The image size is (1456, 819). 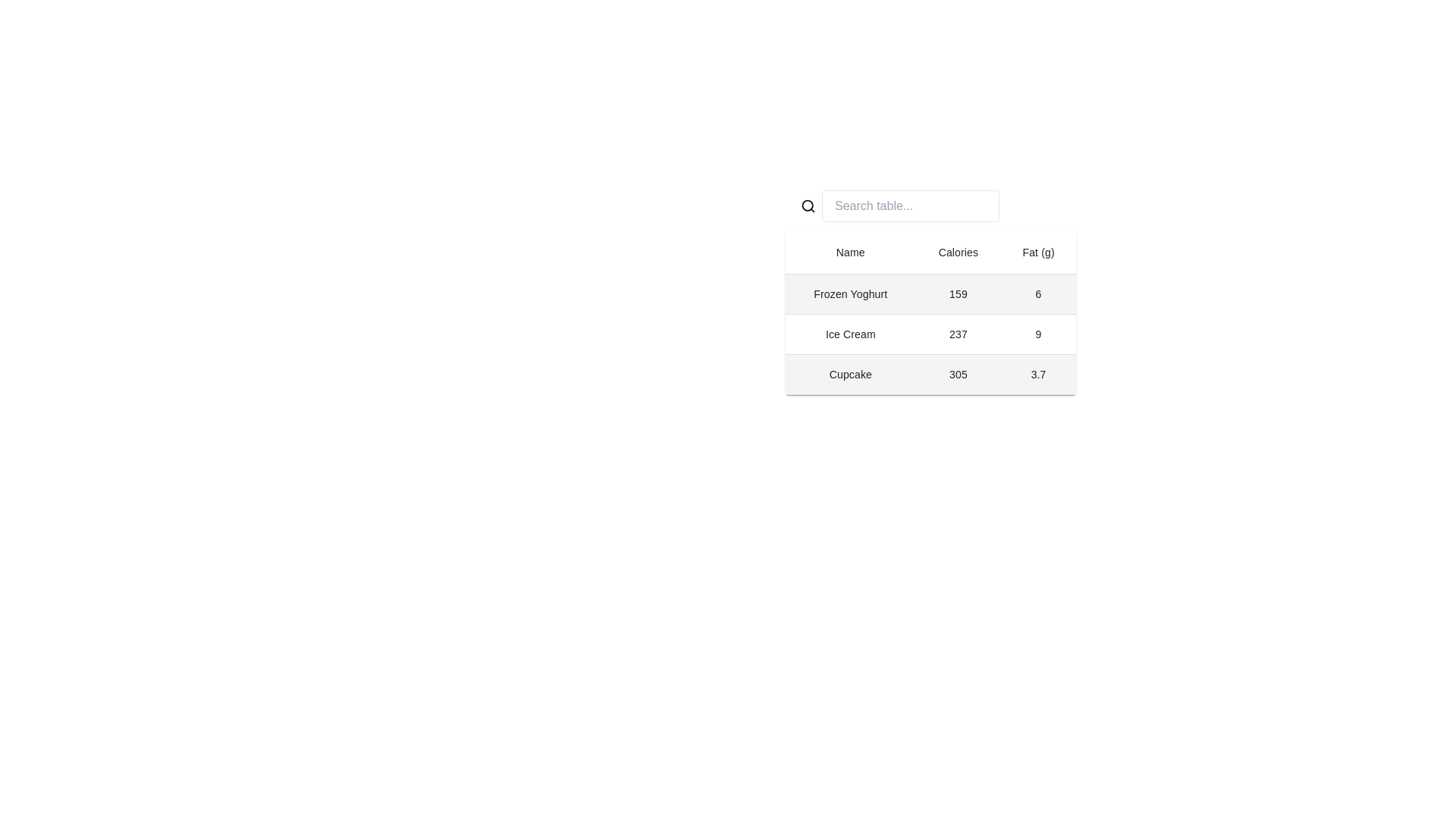 I want to click on the first cell in the table that displays the text 'Frozen Yoghurt' to possibly reveal additional information, so click(x=850, y=294).